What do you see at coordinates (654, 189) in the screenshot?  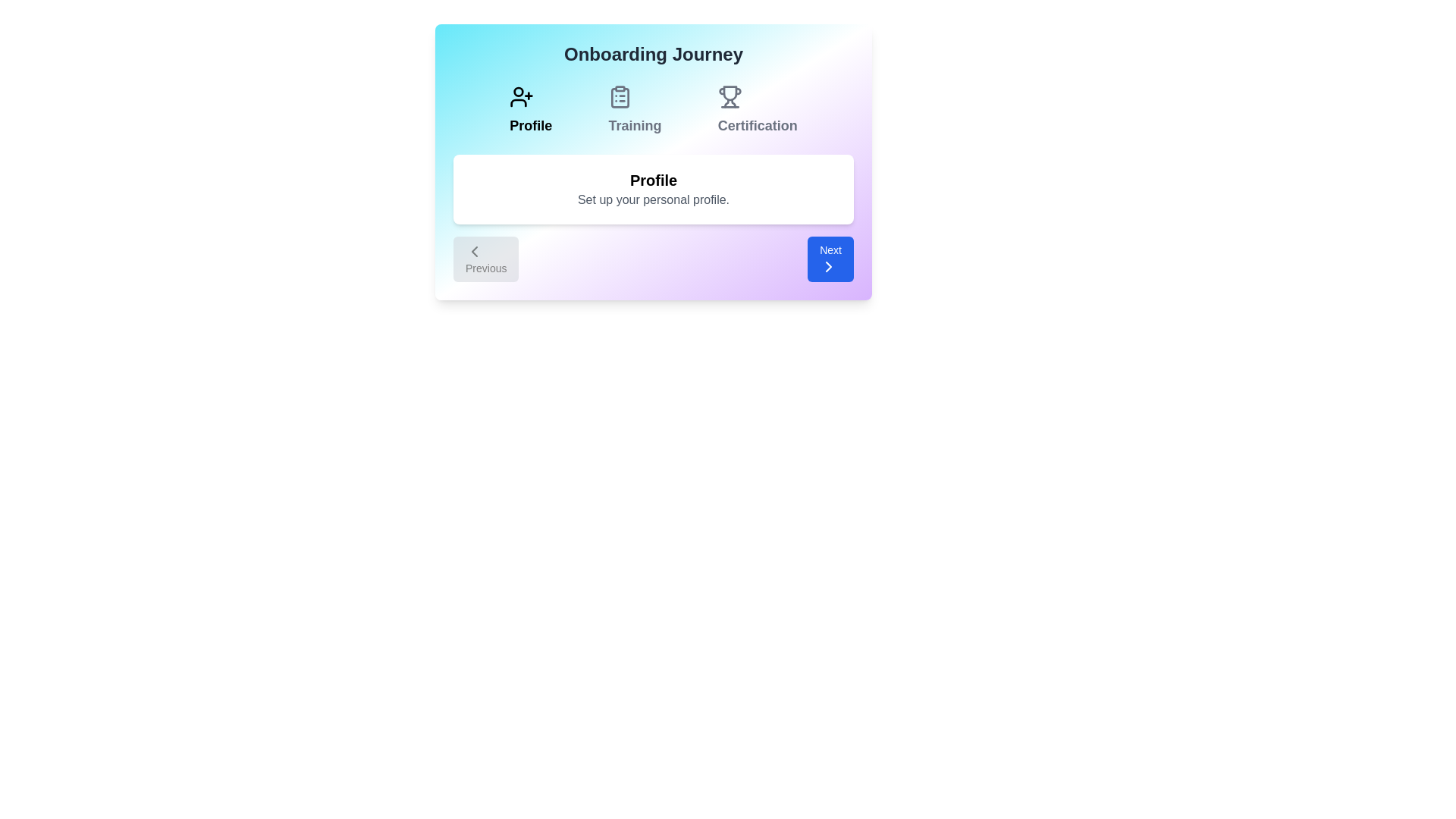 I see `the text area displaying the current onboarding step's description and read its content` at bounding box center [654, 189].